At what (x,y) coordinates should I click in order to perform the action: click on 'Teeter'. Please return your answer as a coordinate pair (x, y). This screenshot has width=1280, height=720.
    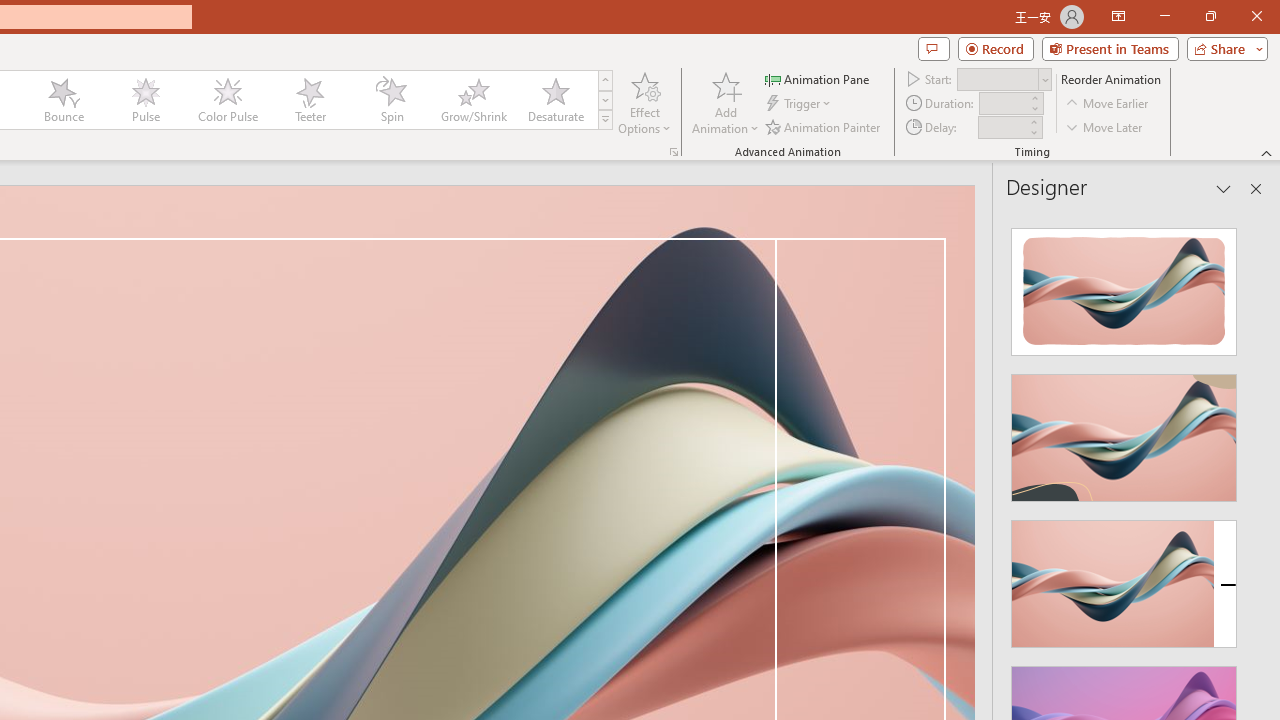
    Looking at the image, I should click on (308, 100).